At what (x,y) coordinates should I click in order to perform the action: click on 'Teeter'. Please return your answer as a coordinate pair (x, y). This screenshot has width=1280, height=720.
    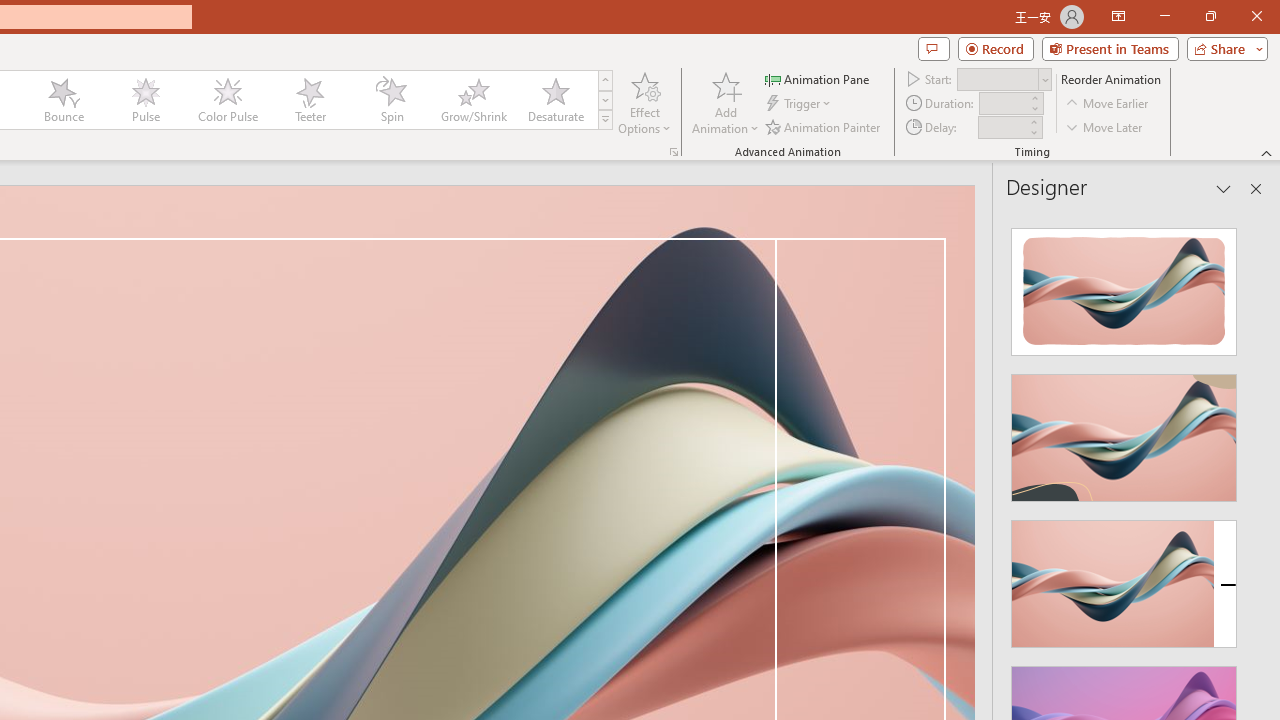
    Looking at the image, I should click on (308, 100).